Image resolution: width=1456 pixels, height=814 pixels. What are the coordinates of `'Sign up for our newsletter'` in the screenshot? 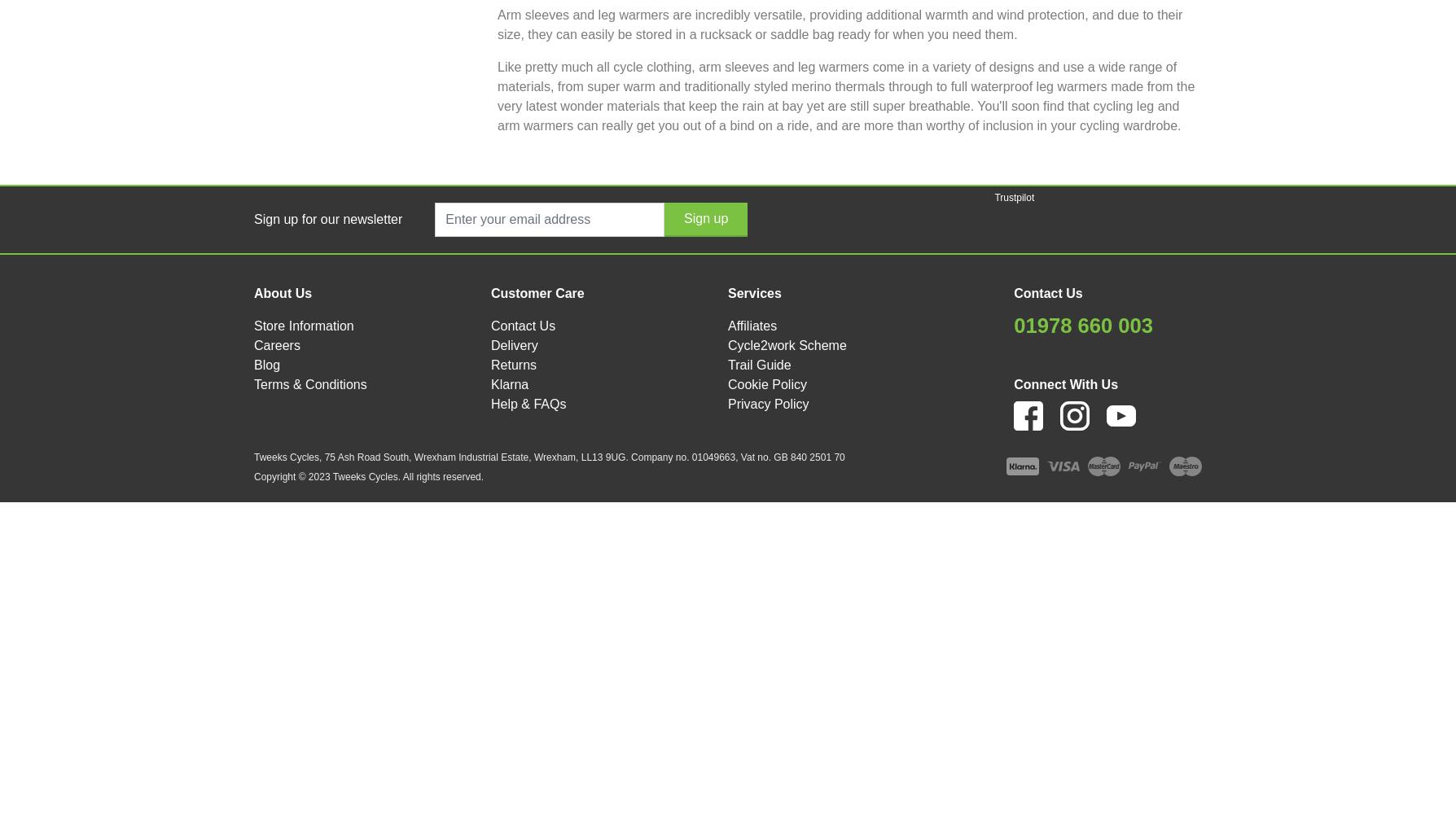 It's located at (253, 218).